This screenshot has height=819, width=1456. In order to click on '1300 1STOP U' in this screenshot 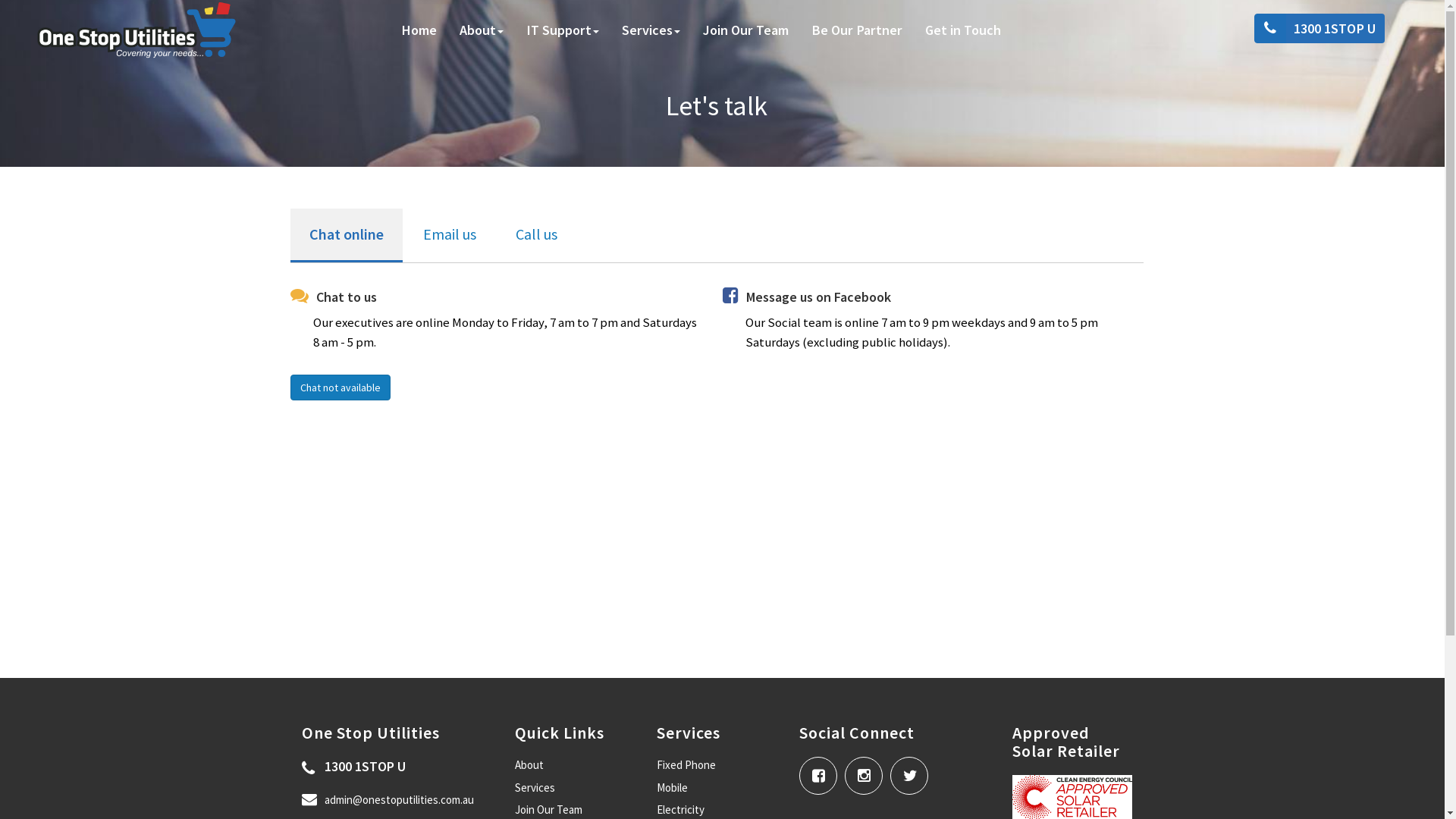, I will do `click(1323, 28)`.